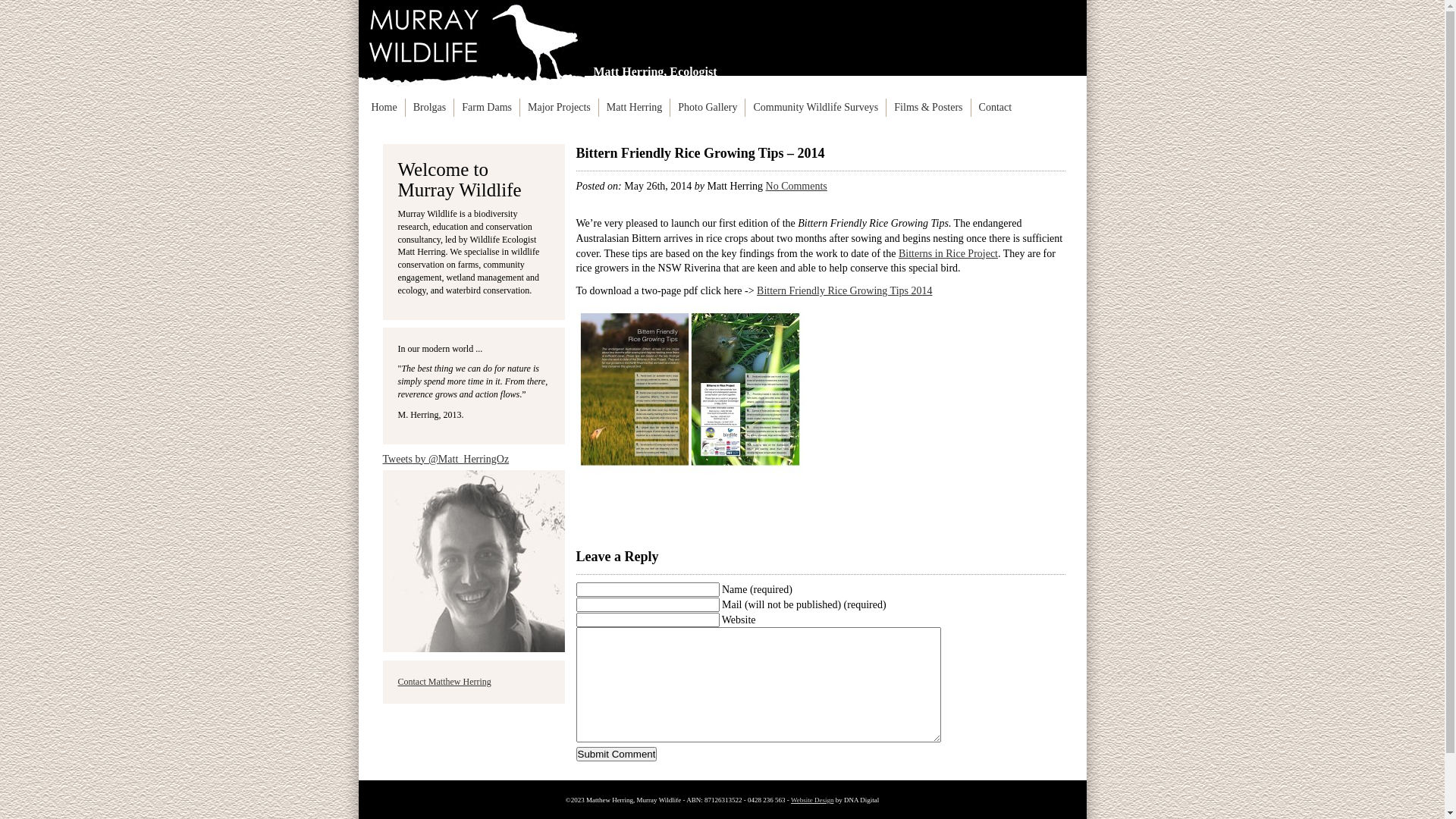 The image size is (1456, 819). What do you see at coordinates (428, 107) in the screenshot?
I see `'Brolgas'` at bounding box center [428, 107].